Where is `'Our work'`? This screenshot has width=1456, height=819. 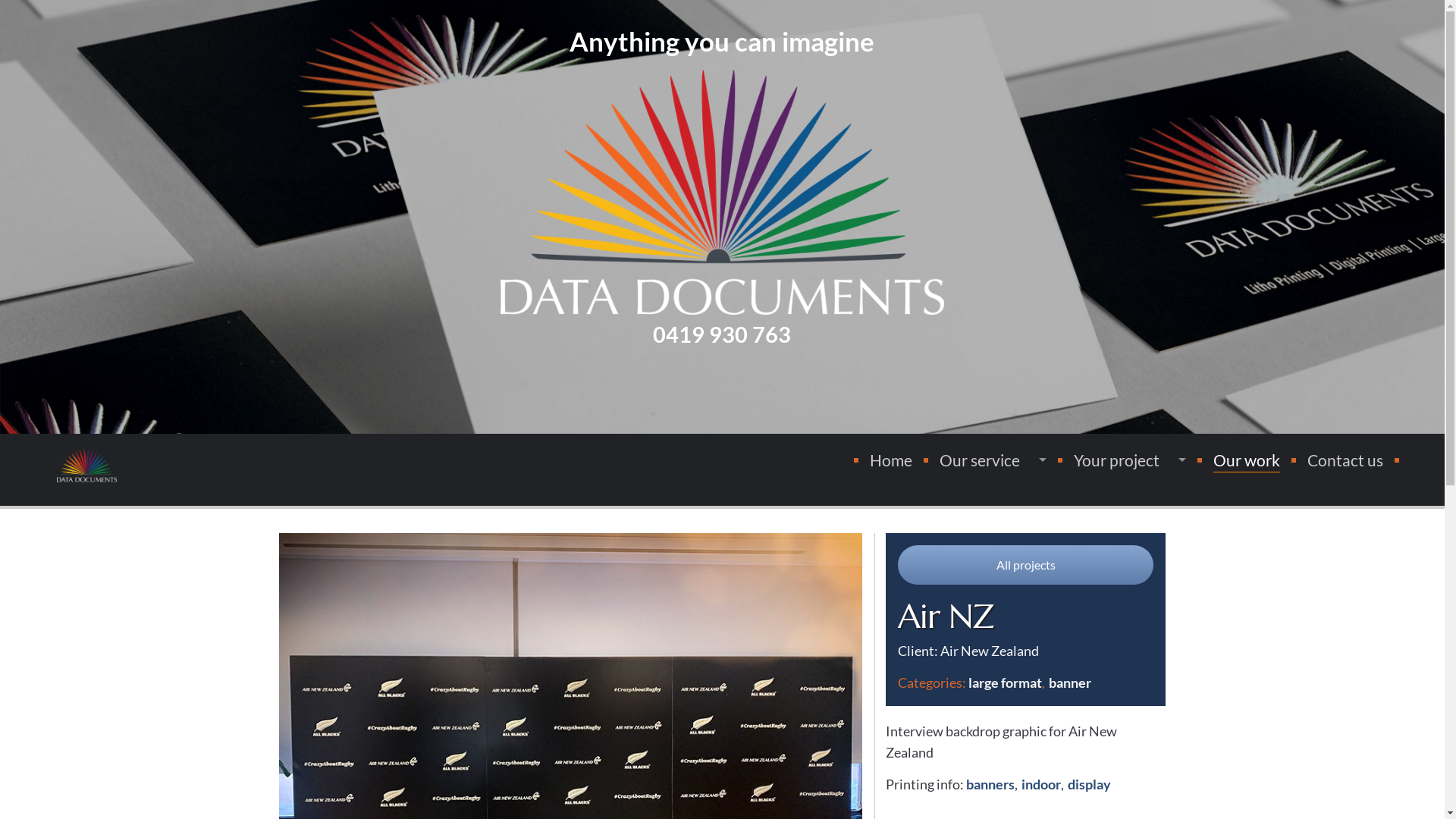
'Our work' is located at coordinates (1246, 460).